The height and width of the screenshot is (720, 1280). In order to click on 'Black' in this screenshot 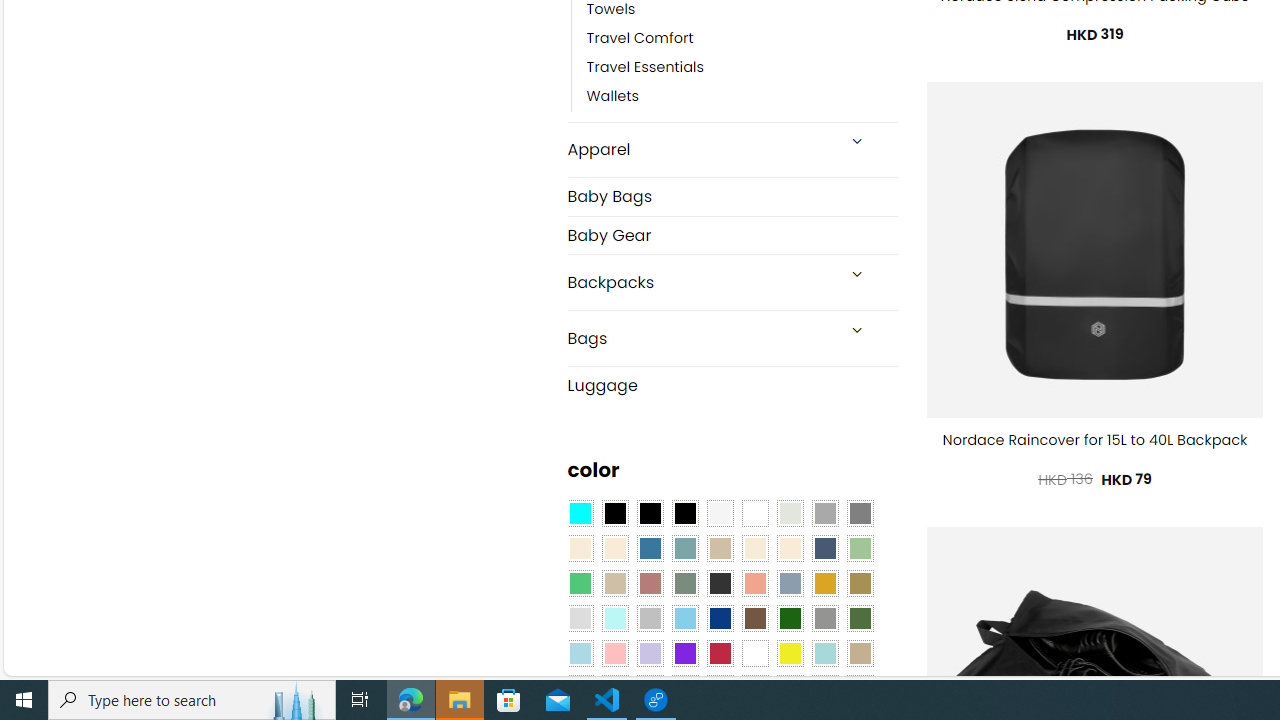, I will do `click(650, 513)`.